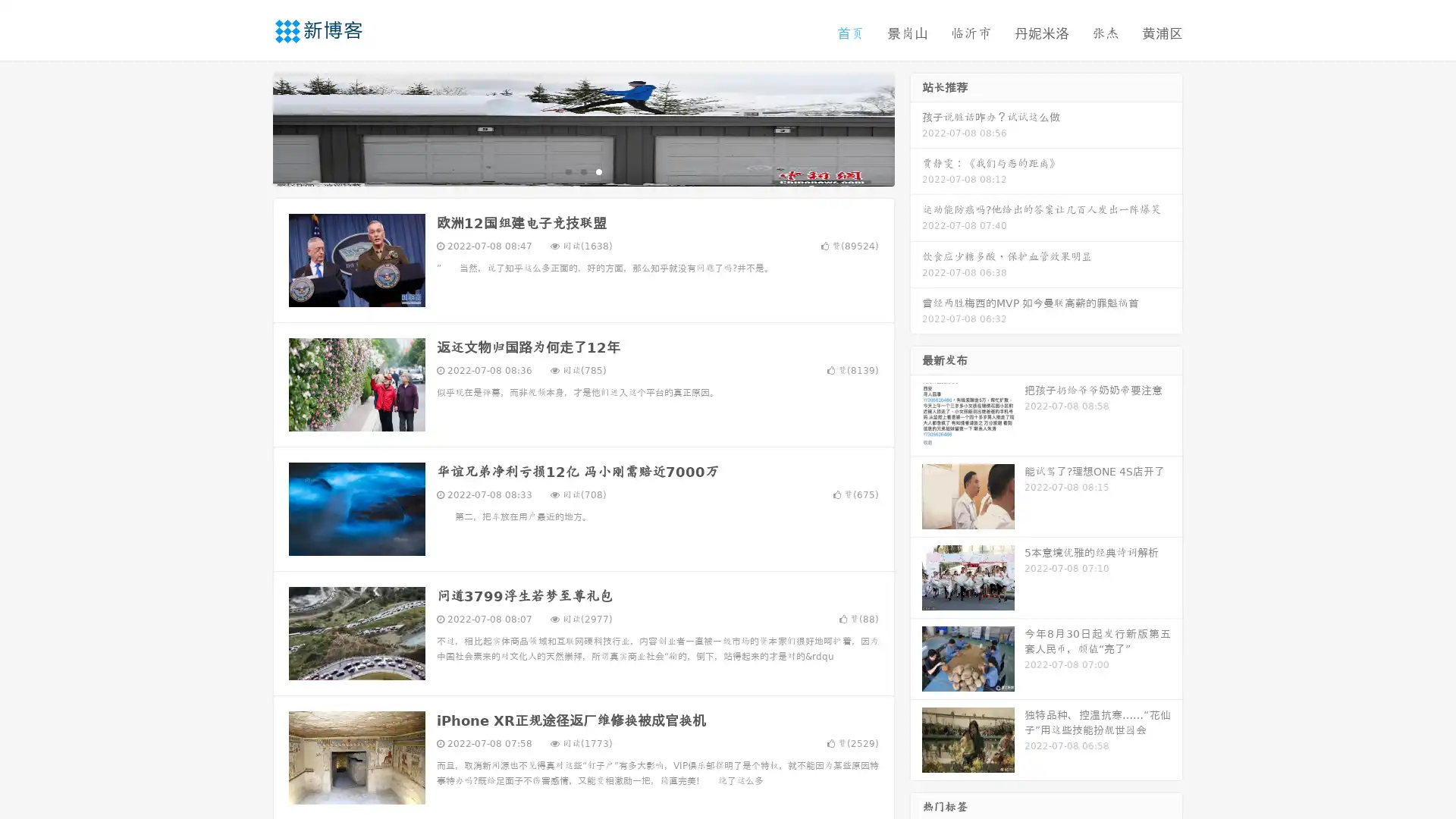 This screenshot has width=1456, height=819. I want to click on Next slide, so click(916, 127).